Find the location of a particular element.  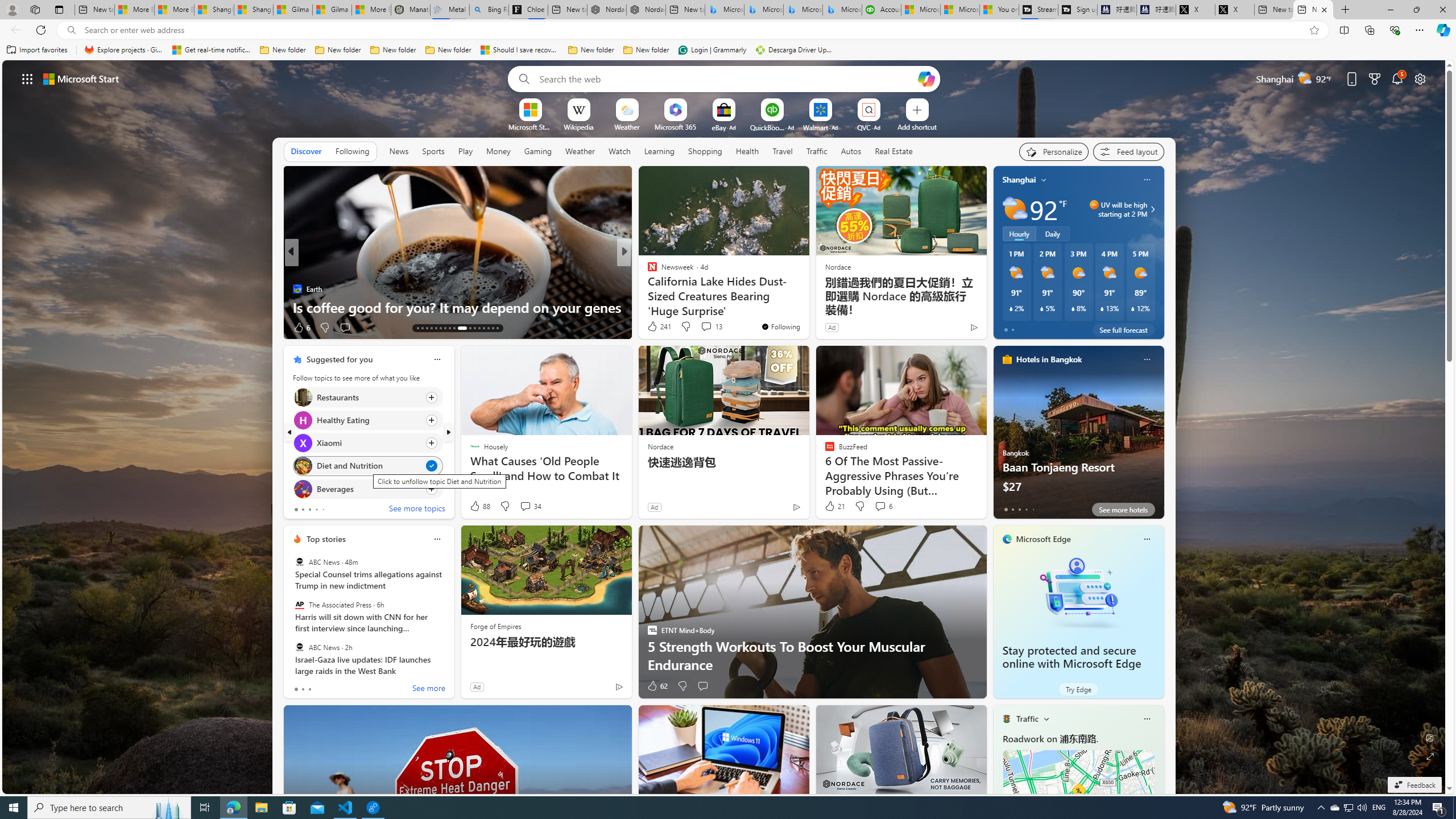

'Ad Choice' is located at coordinates (619, 686).